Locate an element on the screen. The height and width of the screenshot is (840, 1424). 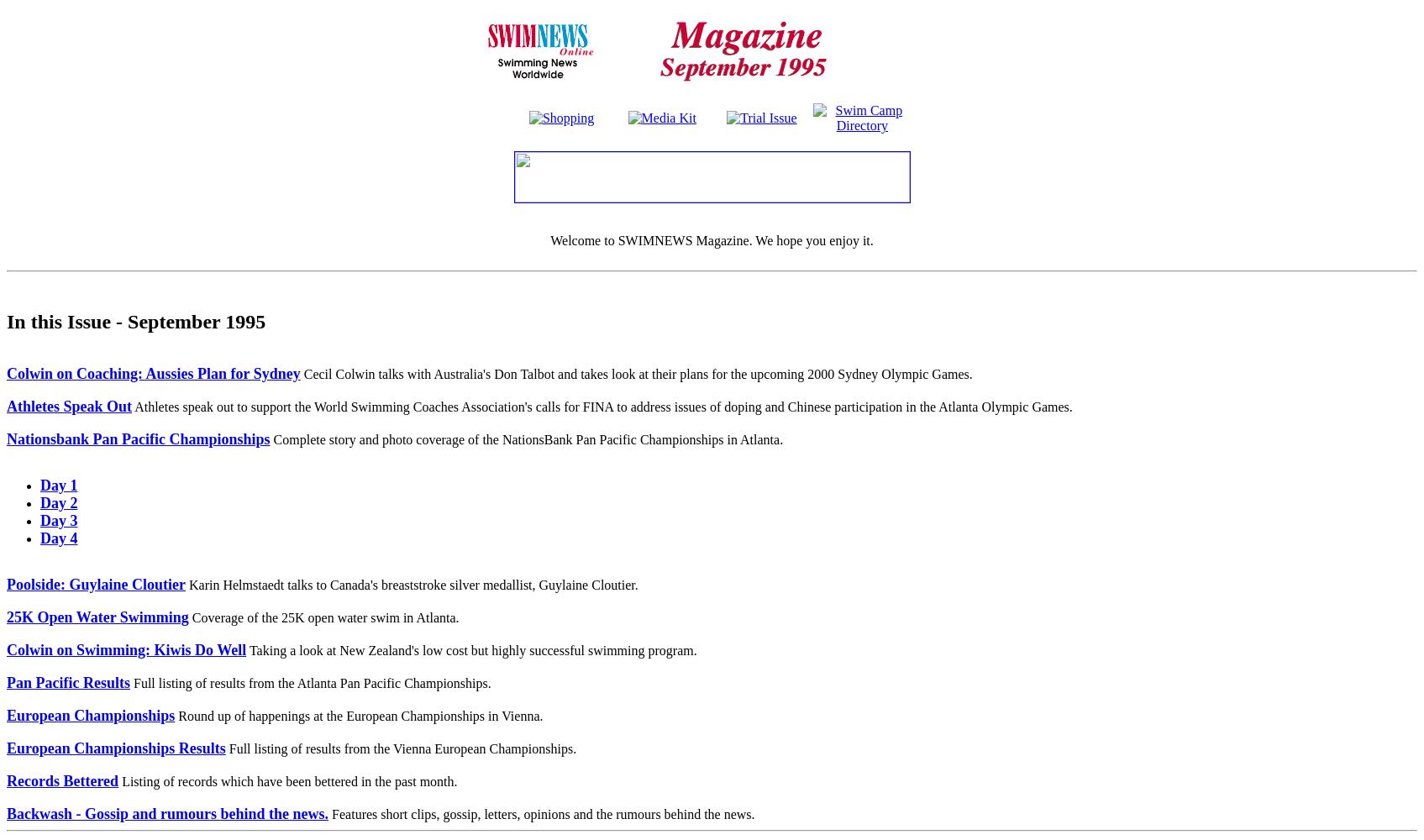
'Full listing of results from the Vienna European Championships.' is located at coordinates (224, 748).